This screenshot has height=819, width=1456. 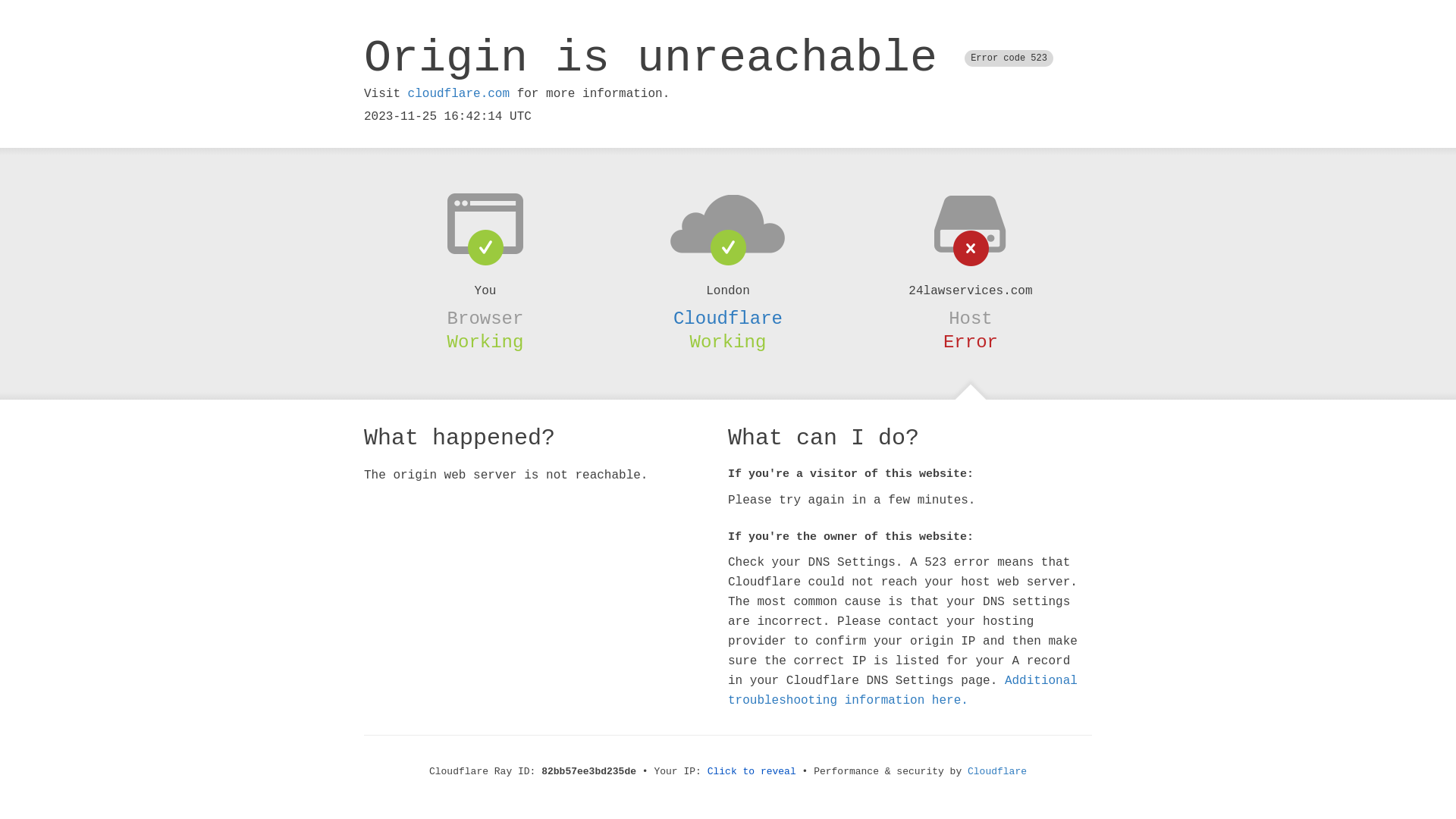 What do you see at coordinates (967, 771) in the screenshot?
I see `'Cloudflare'` at bounding box center [967, 771].